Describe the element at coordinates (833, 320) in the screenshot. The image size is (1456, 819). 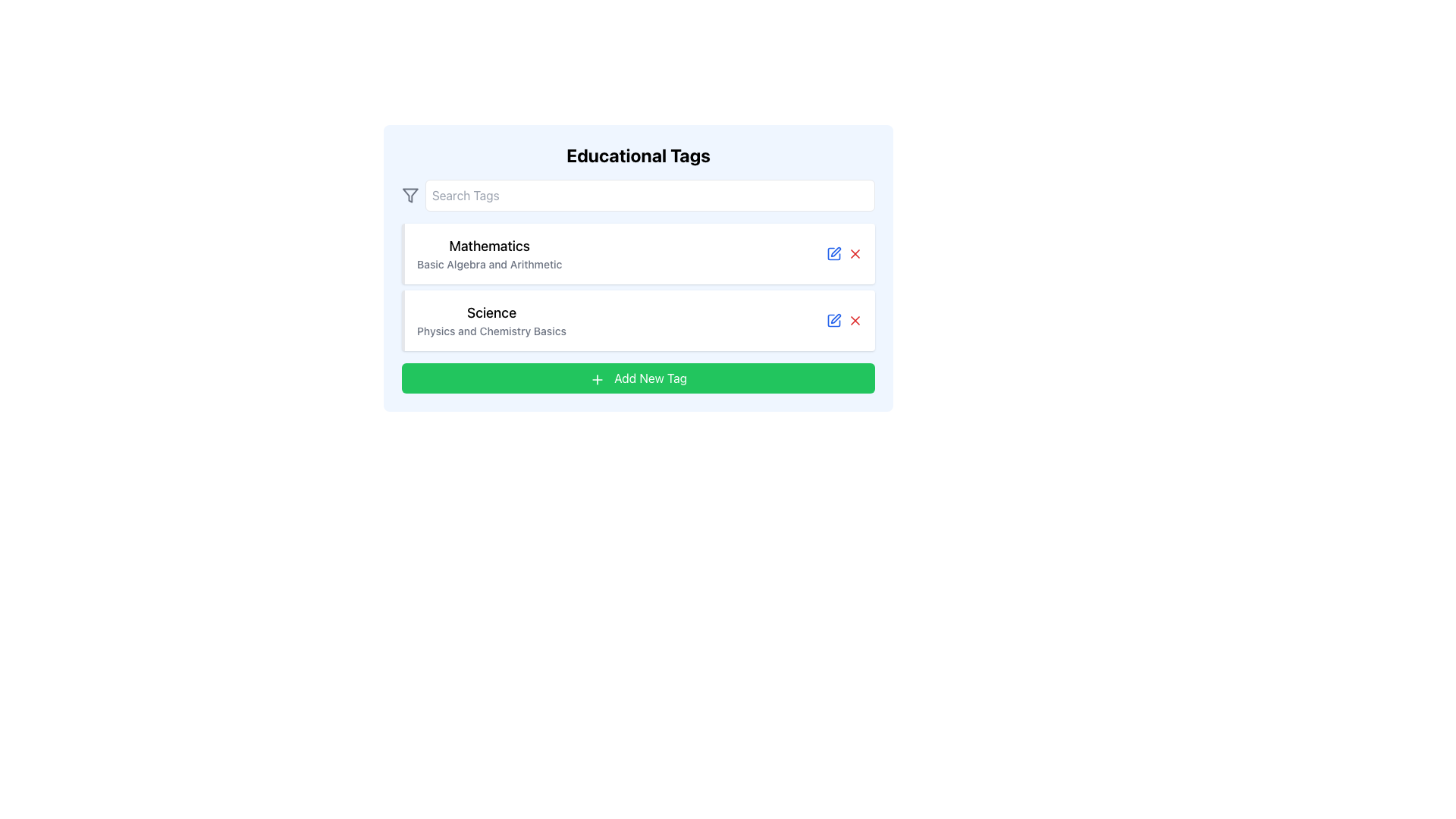
I see `the decorative graphic component, which is a square with rounded corners representing an edit action, located near the right side of the 'Science' tag in the 'Educational Tags' list` at that location.